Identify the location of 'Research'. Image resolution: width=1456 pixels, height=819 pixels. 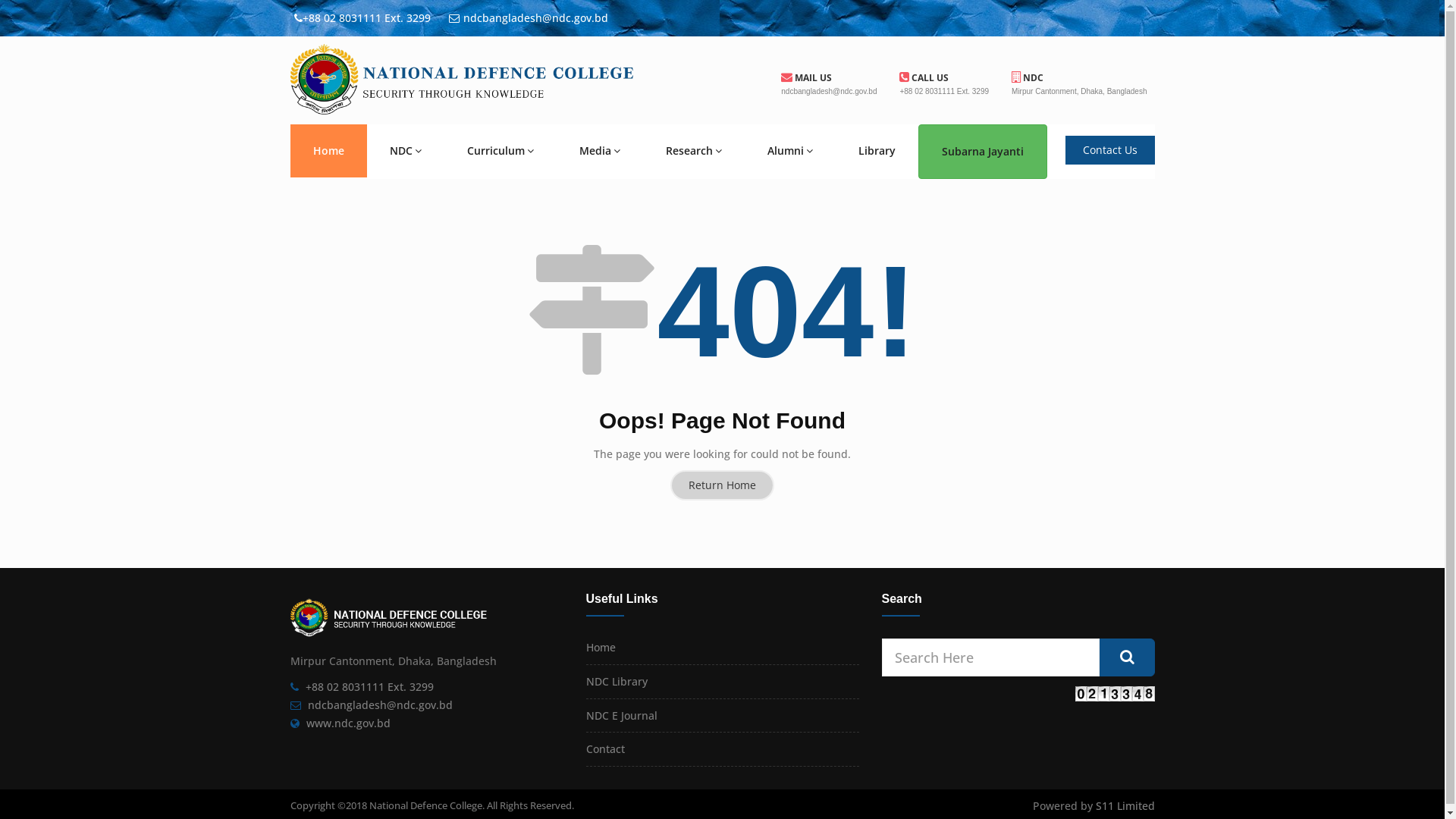
(693, 151).